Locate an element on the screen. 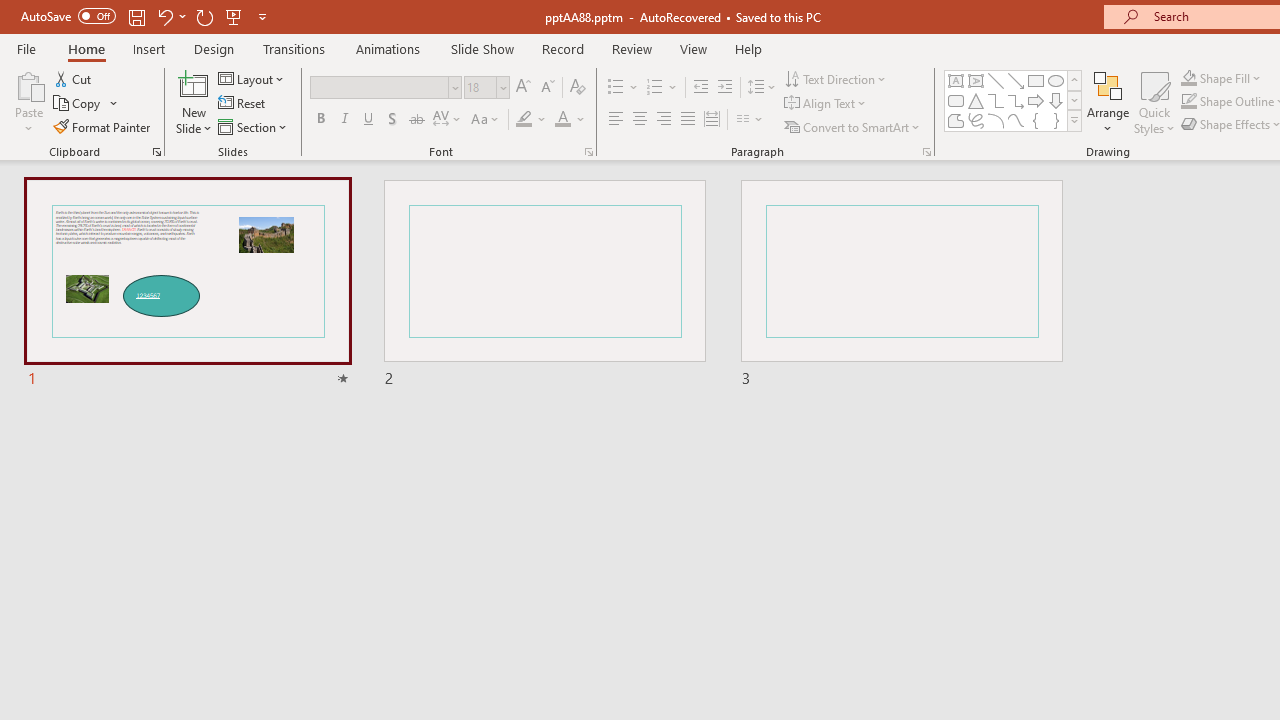 The width and height of the screenshot is (1280, 720). 'AutomationID: ShapesInsertGallery' is located at coordinates (1014, 100).